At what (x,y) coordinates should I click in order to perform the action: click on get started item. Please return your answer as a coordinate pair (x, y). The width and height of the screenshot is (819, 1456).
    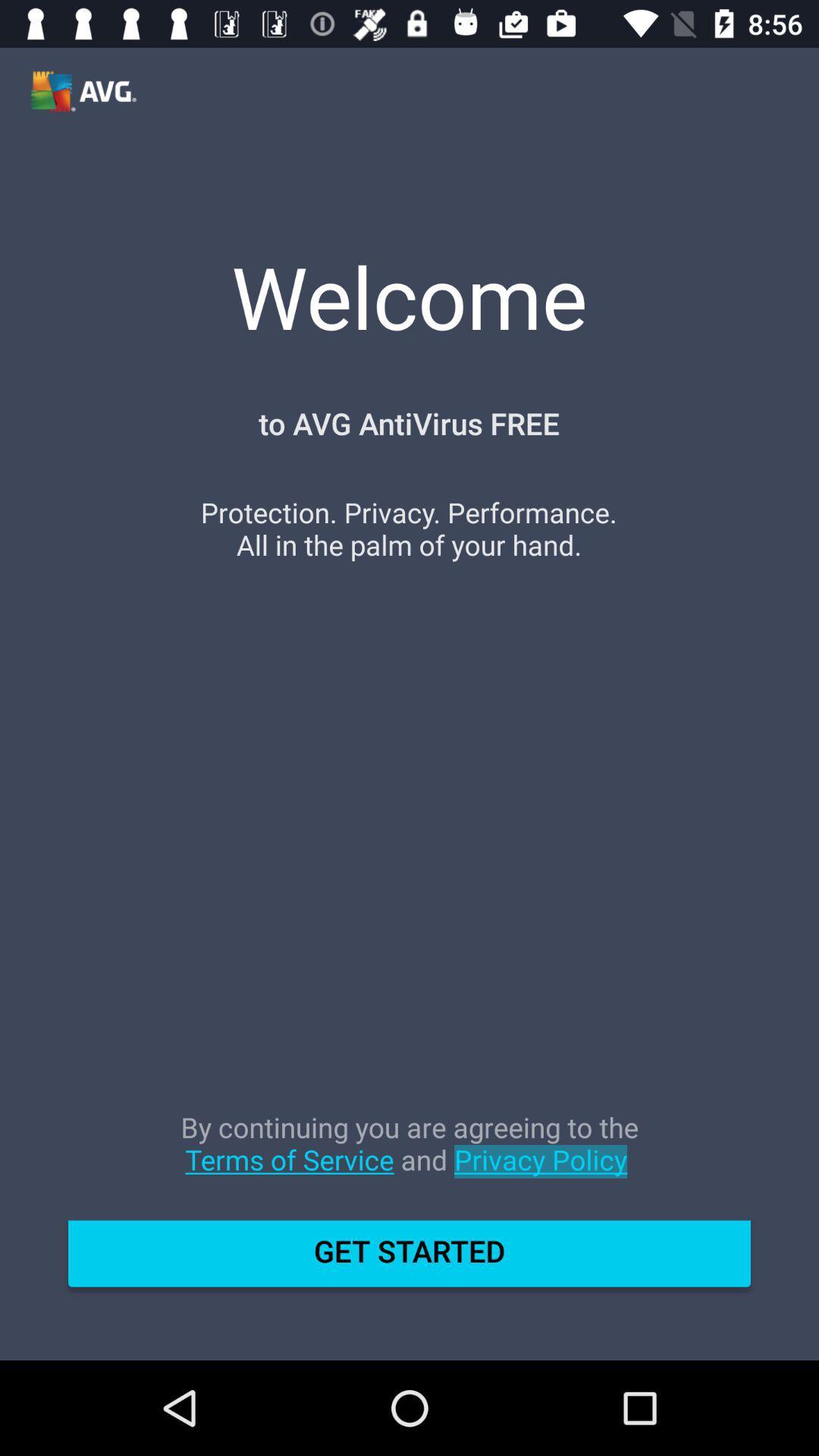
    Looking at the image, I should click on (409, 1260).